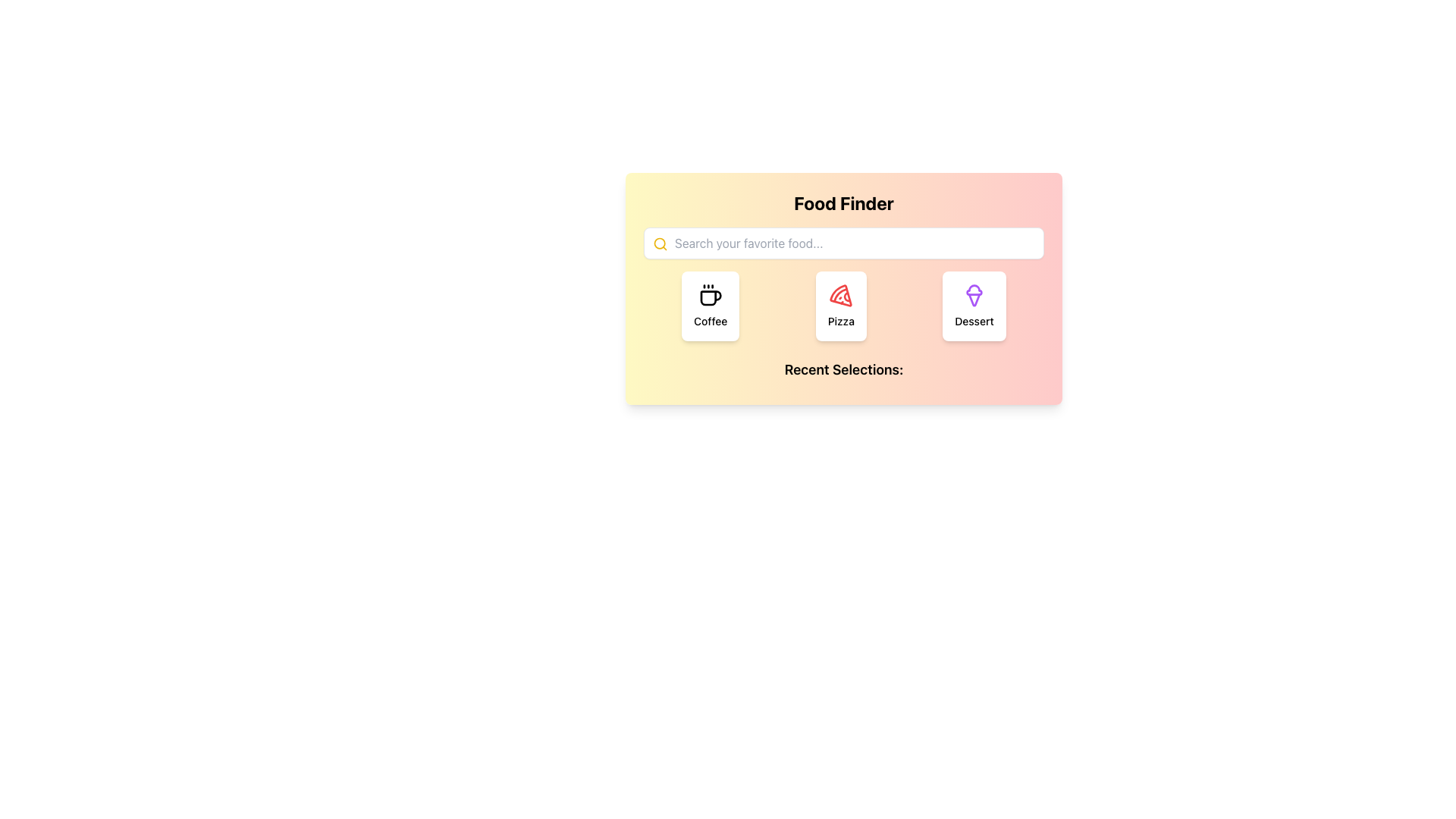 The image size is (1456, 819). I want to click on the middle part of the ice cream cone icon representing the 'Dessert' category in the application interface, so click(974, 300).